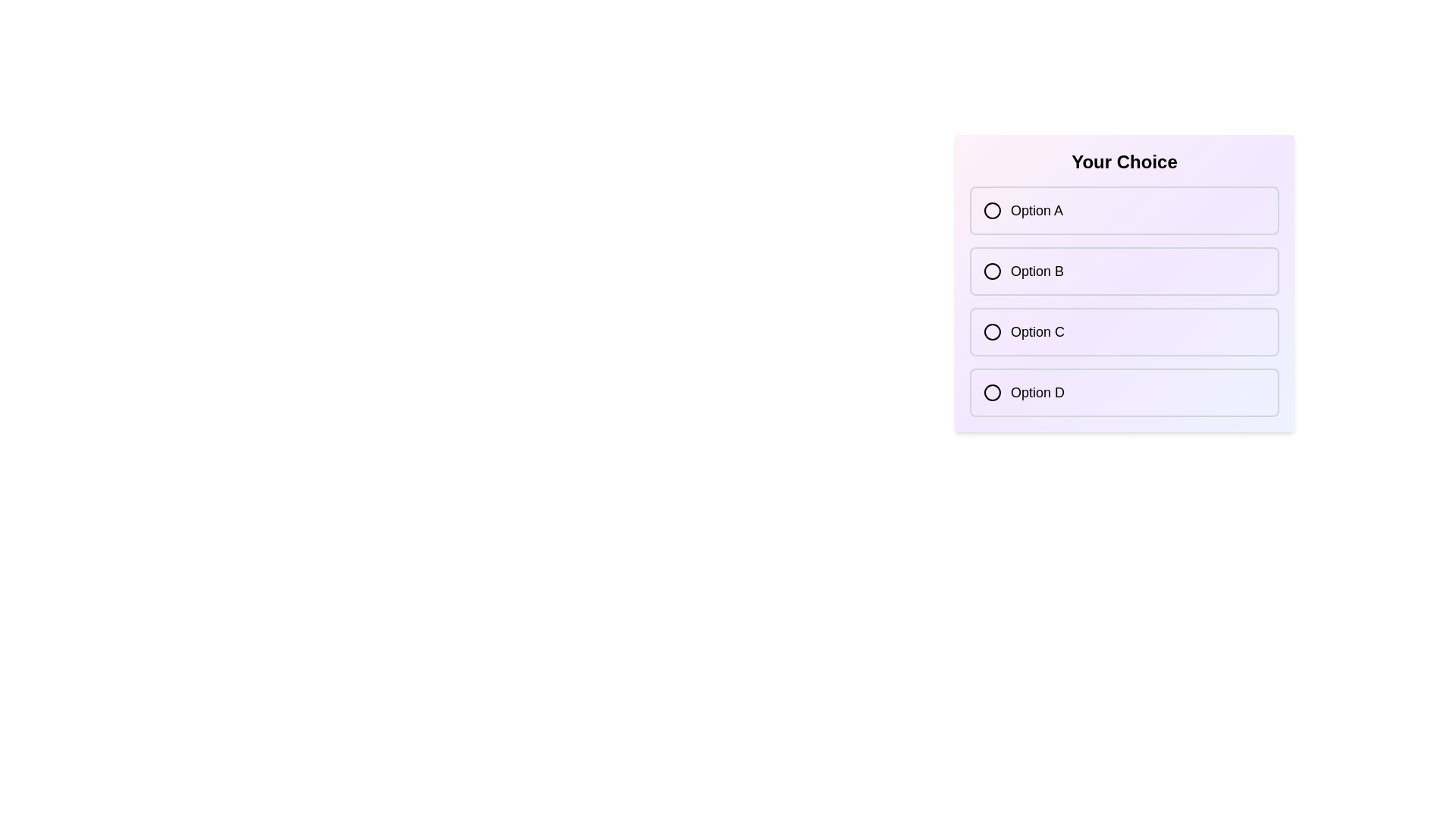 This screenshot has width=1456, height=819. I want to click on the option Option D to observe the hover effect, so click(1125, 391).